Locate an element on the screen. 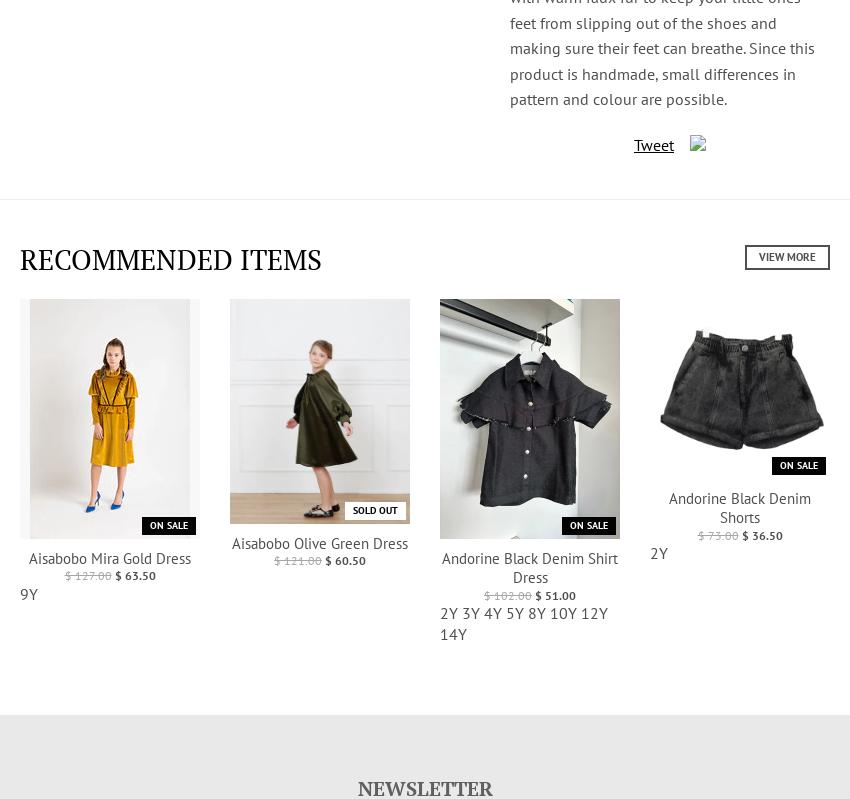 The height and width of the screenshot is (799, 850). '$ 121.00' is located at coordinates (298, 560).